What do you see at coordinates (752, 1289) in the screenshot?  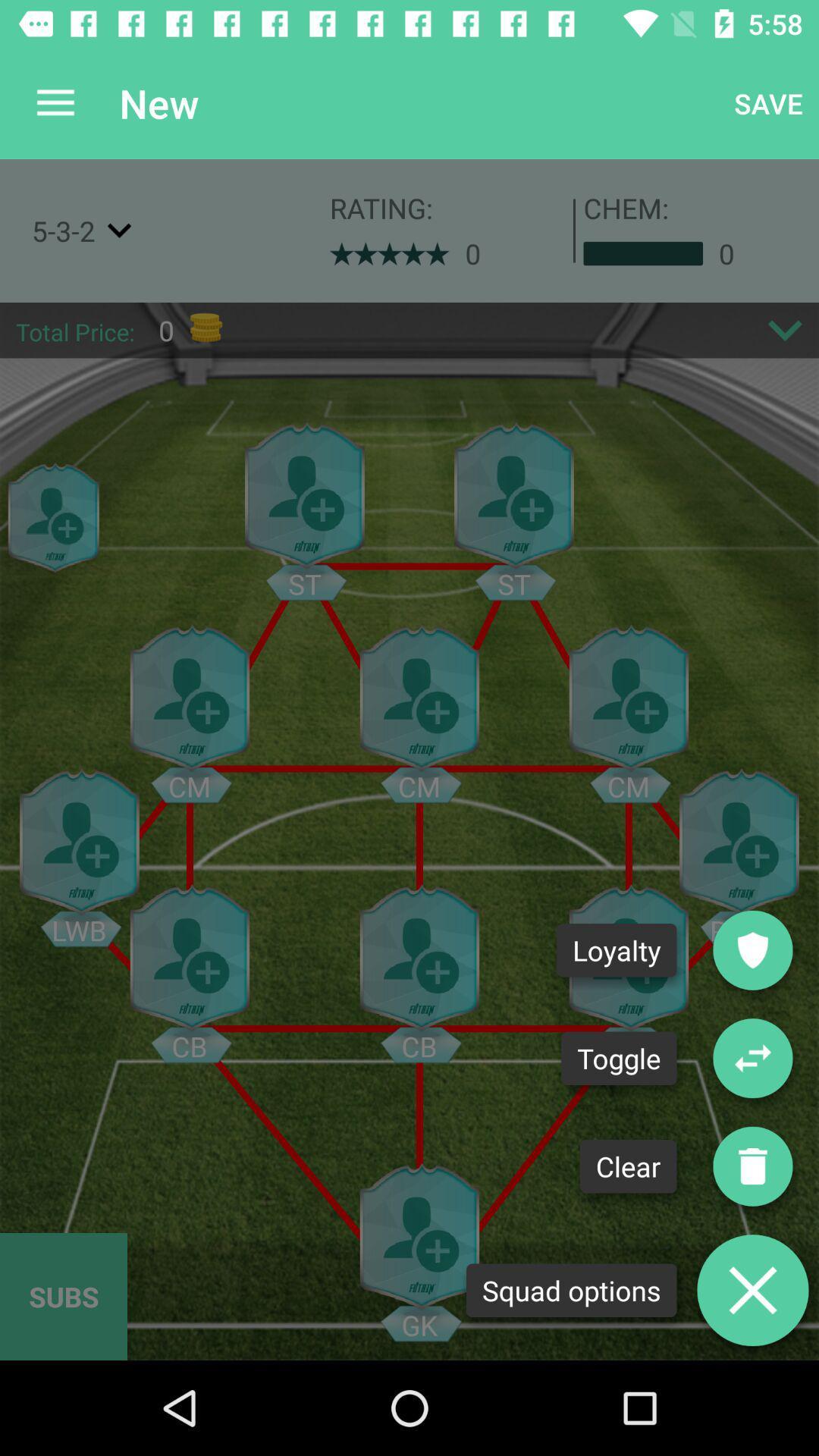 I see `the close icon` at bounding box center [752, 1289].